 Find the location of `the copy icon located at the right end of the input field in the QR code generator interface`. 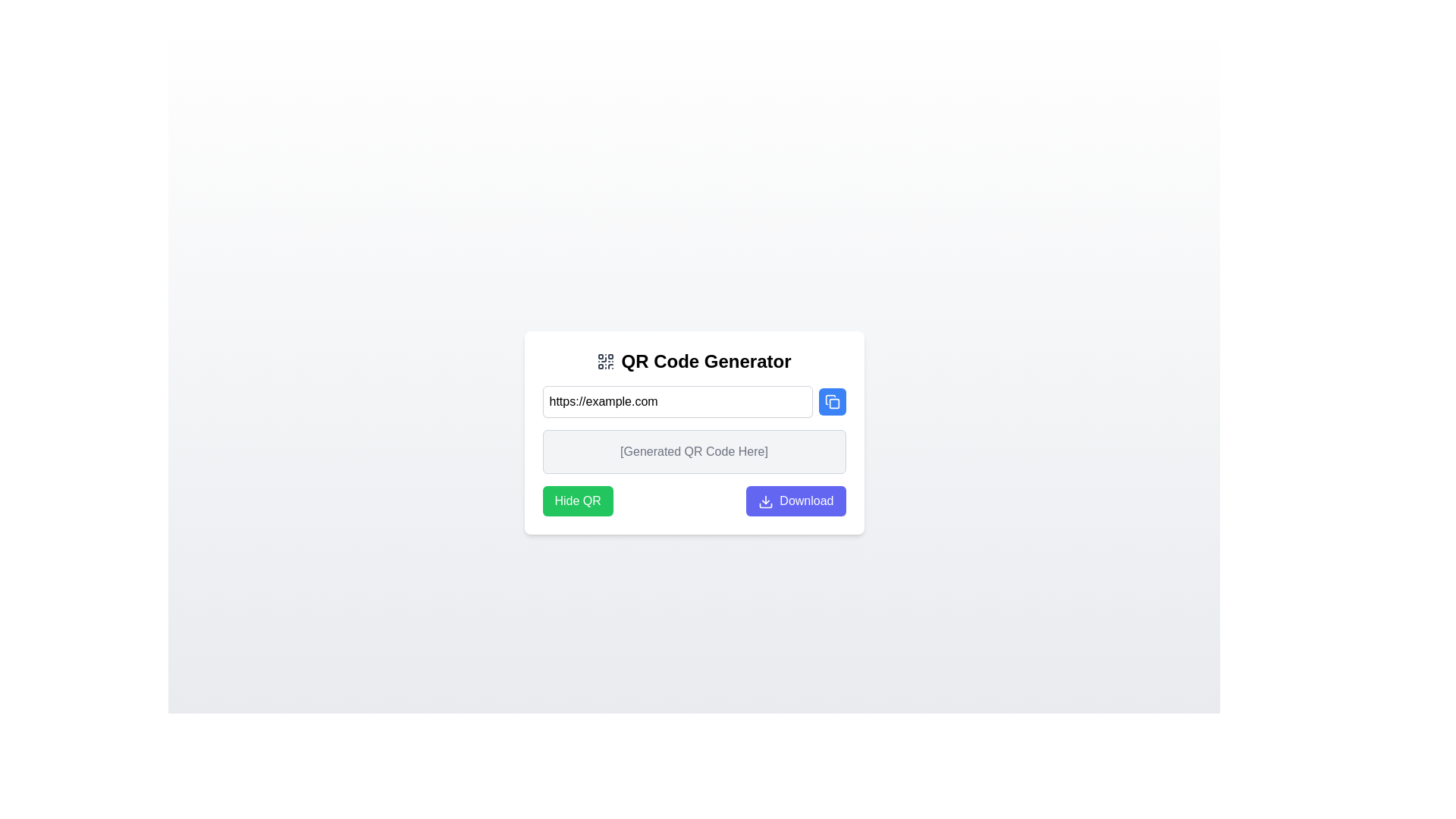

the copy icon located at the right end of the input field in the QR code generator interface is located at coordinates (831, 400).